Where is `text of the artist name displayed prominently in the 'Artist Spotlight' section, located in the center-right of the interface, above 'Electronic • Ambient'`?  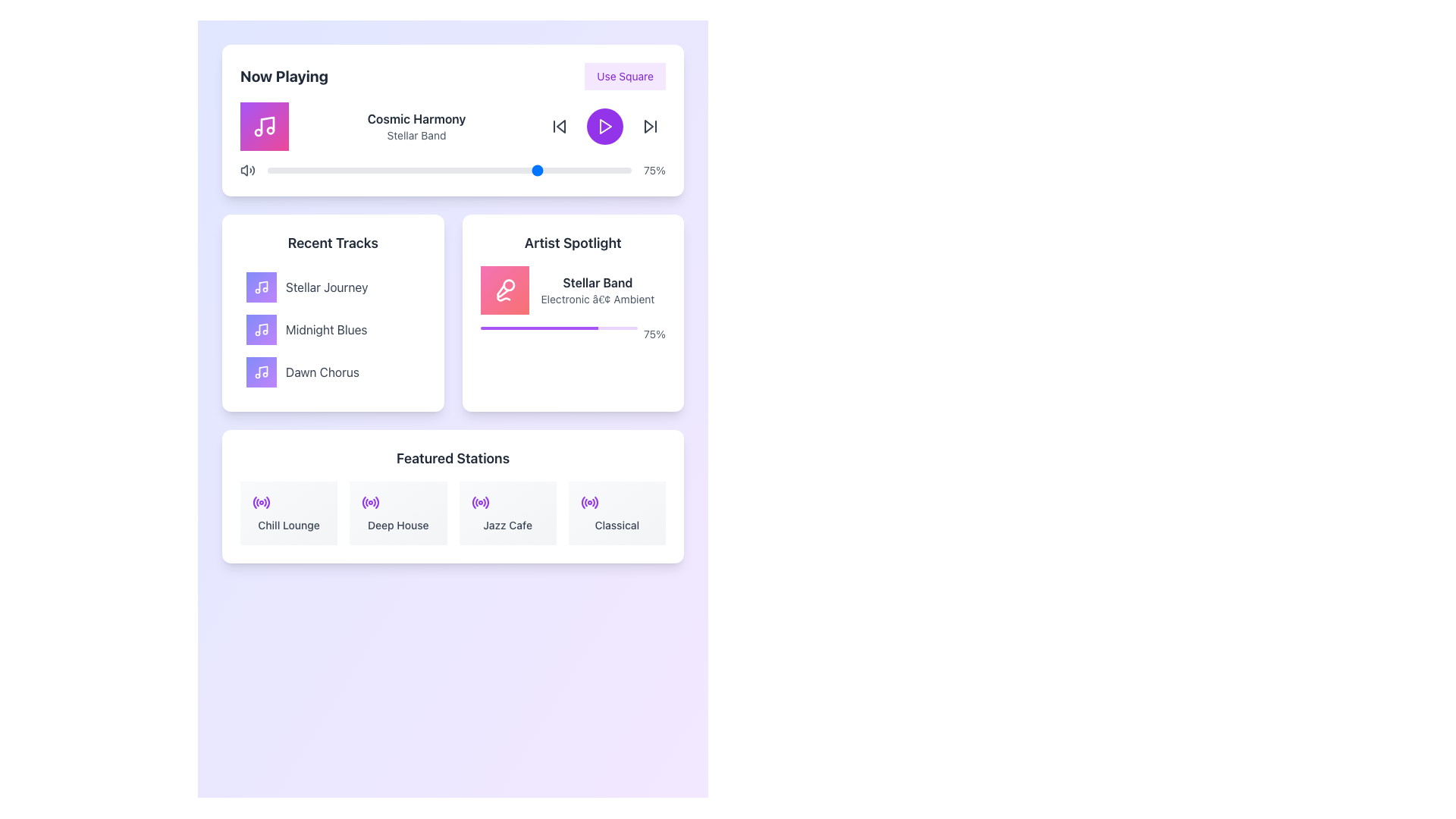
text of the artist name displayed prominently in the 'Artist Spotlight' section, located in the center-right of the interface, above 'Electronic • Ambient' is located at coordinates (597, 283).